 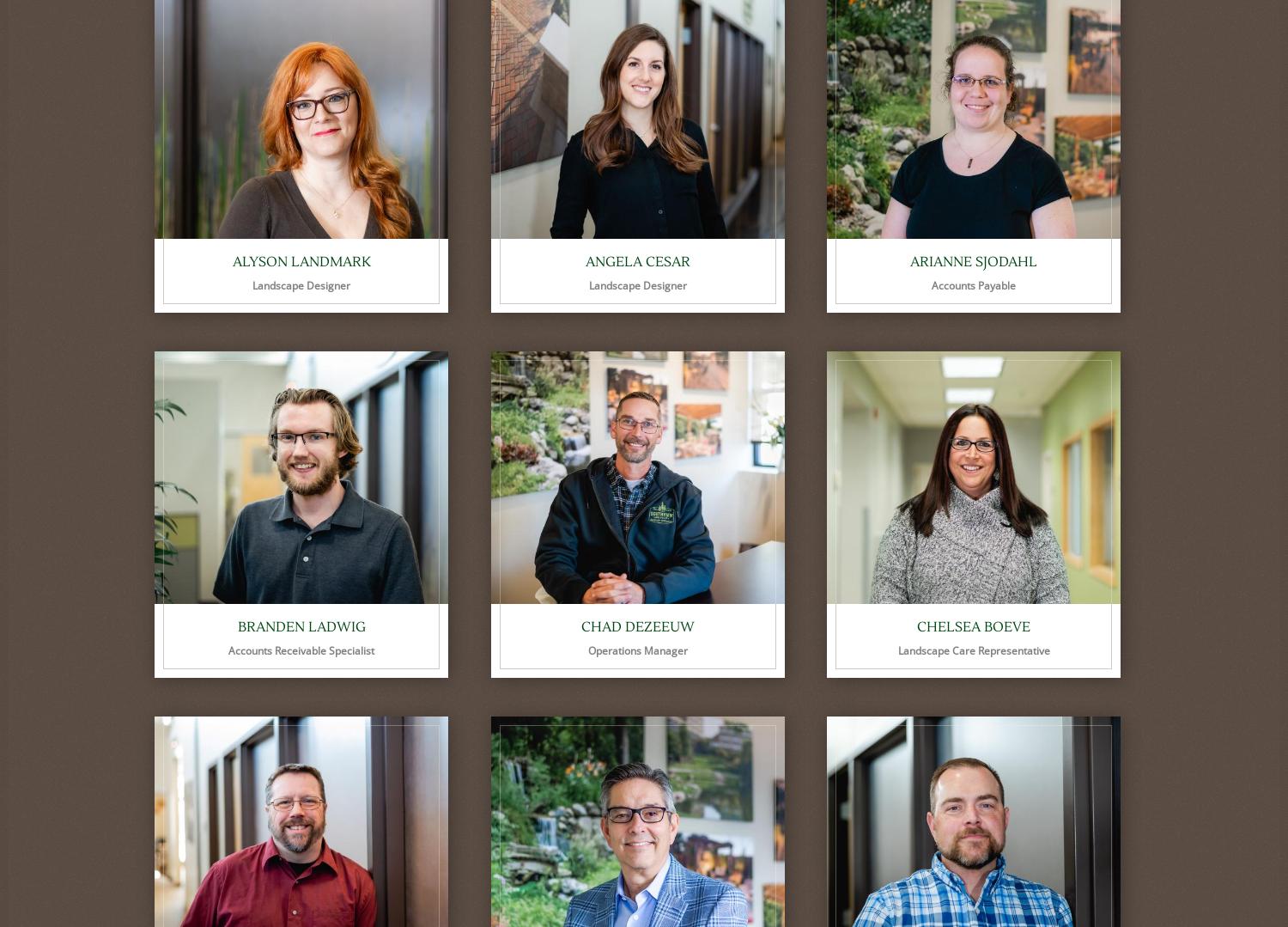 What do you see at coordinates (973, 650) in the screenshot?
I see `'Landscape Care Representative'` at bounding box center [973, 650].